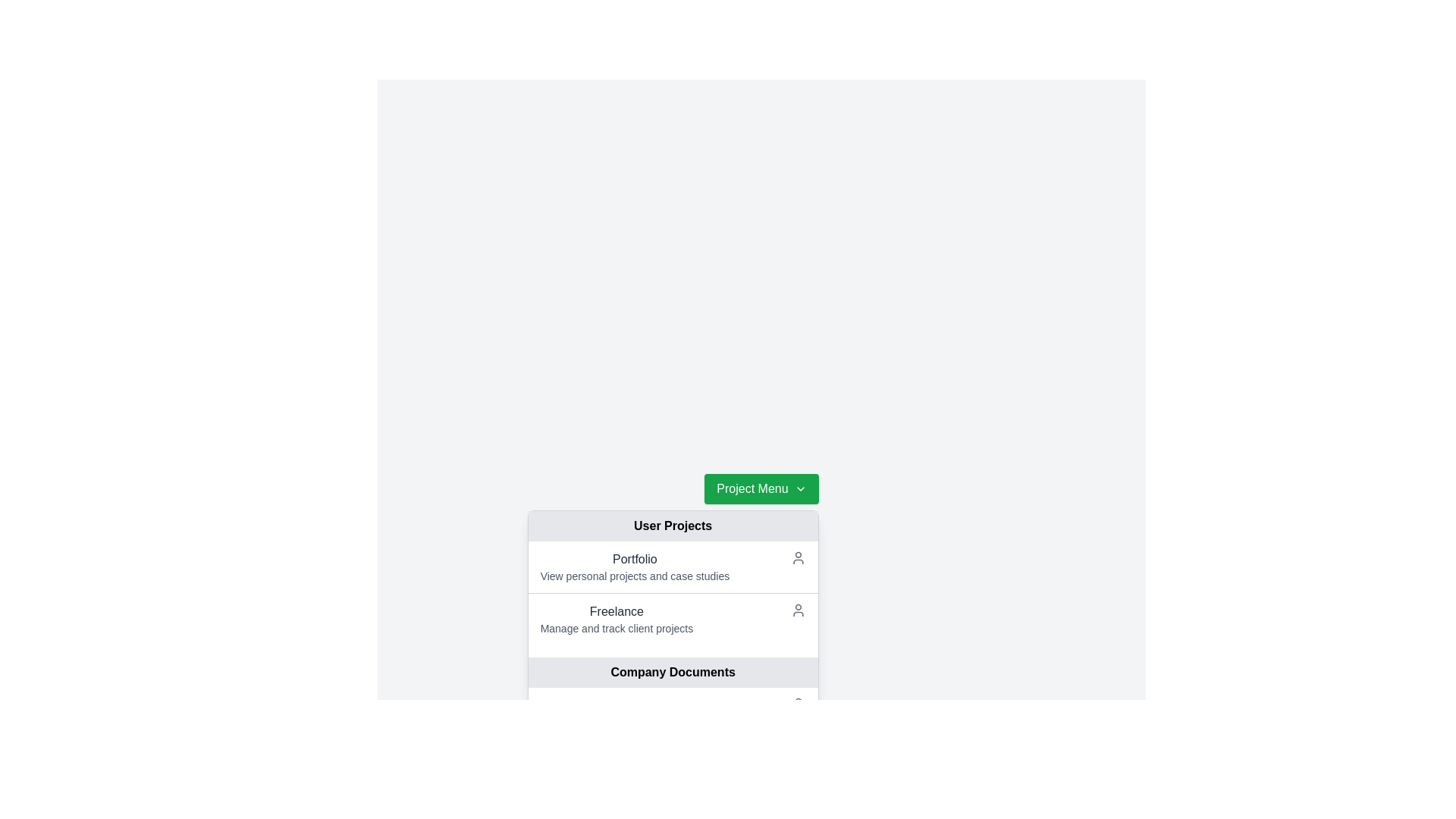  What do you see at coordinates (635, 576) in the screenshot?
I see `the static text element that reads 'View personal projects and case studies', which is styled in gray and positioned under the bold heading 'Portfolio' in the 'User Projects' section of the dropdown menu` at bounding box center [635, 576].